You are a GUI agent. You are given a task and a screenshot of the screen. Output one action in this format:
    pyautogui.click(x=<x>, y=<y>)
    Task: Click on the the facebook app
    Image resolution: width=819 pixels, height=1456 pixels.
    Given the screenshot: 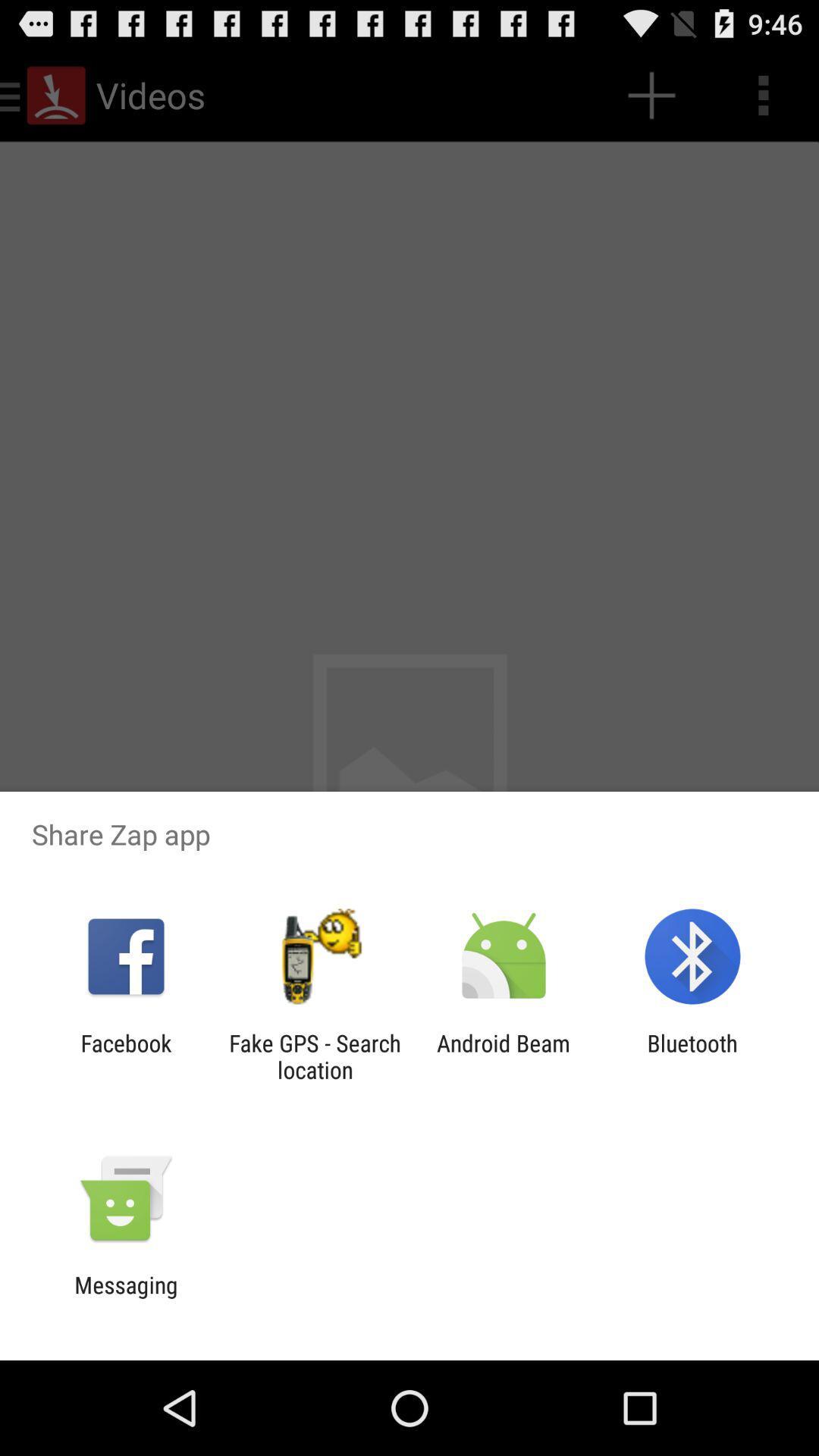 What is the action you would take?
    pyautogui.click(x=125, y=1056)
    